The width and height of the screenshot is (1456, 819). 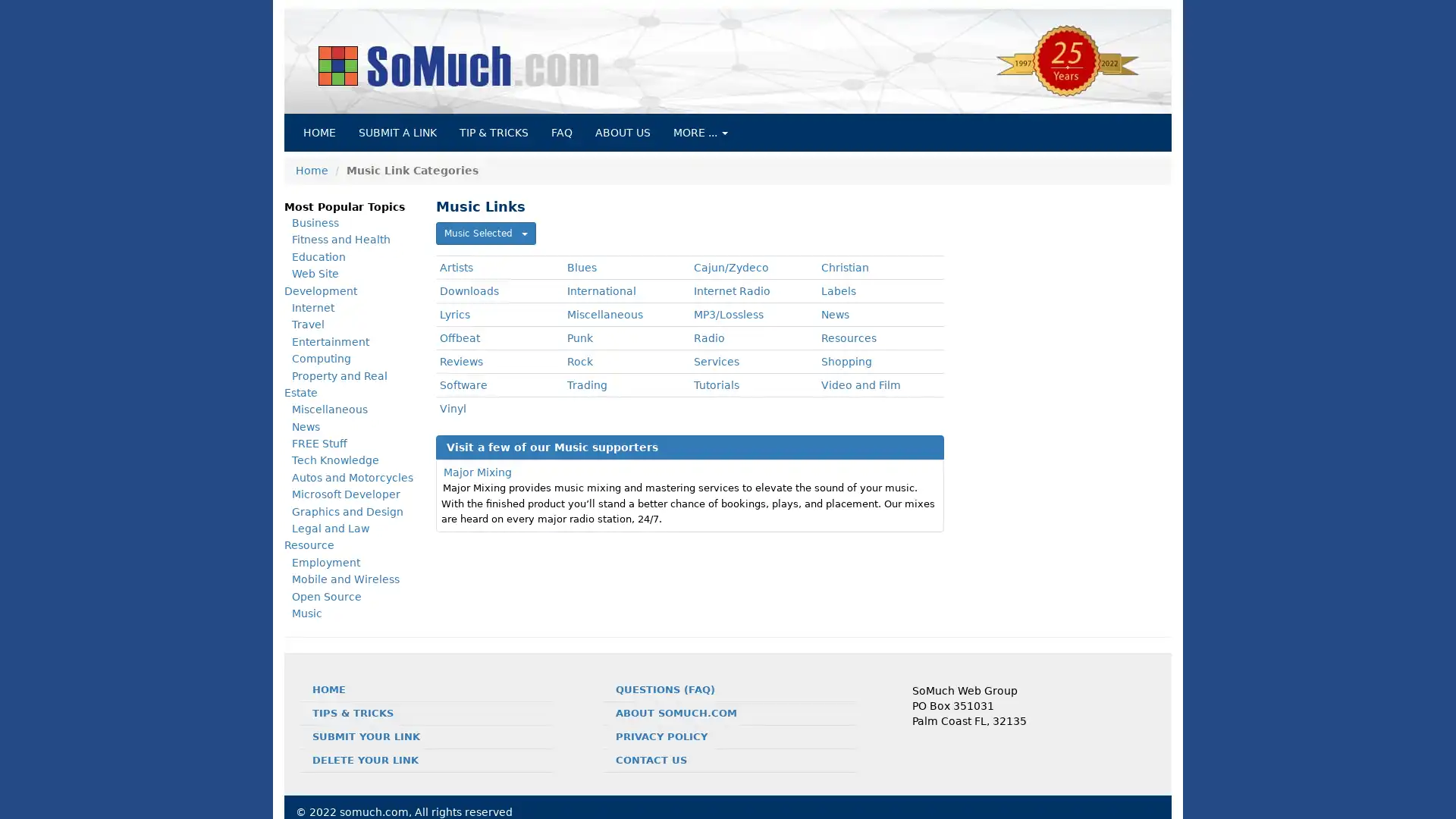 What do you see at coordinates (486, 234) in the screenshot?
I see `Music Selected` at bounding box center [486, 234].